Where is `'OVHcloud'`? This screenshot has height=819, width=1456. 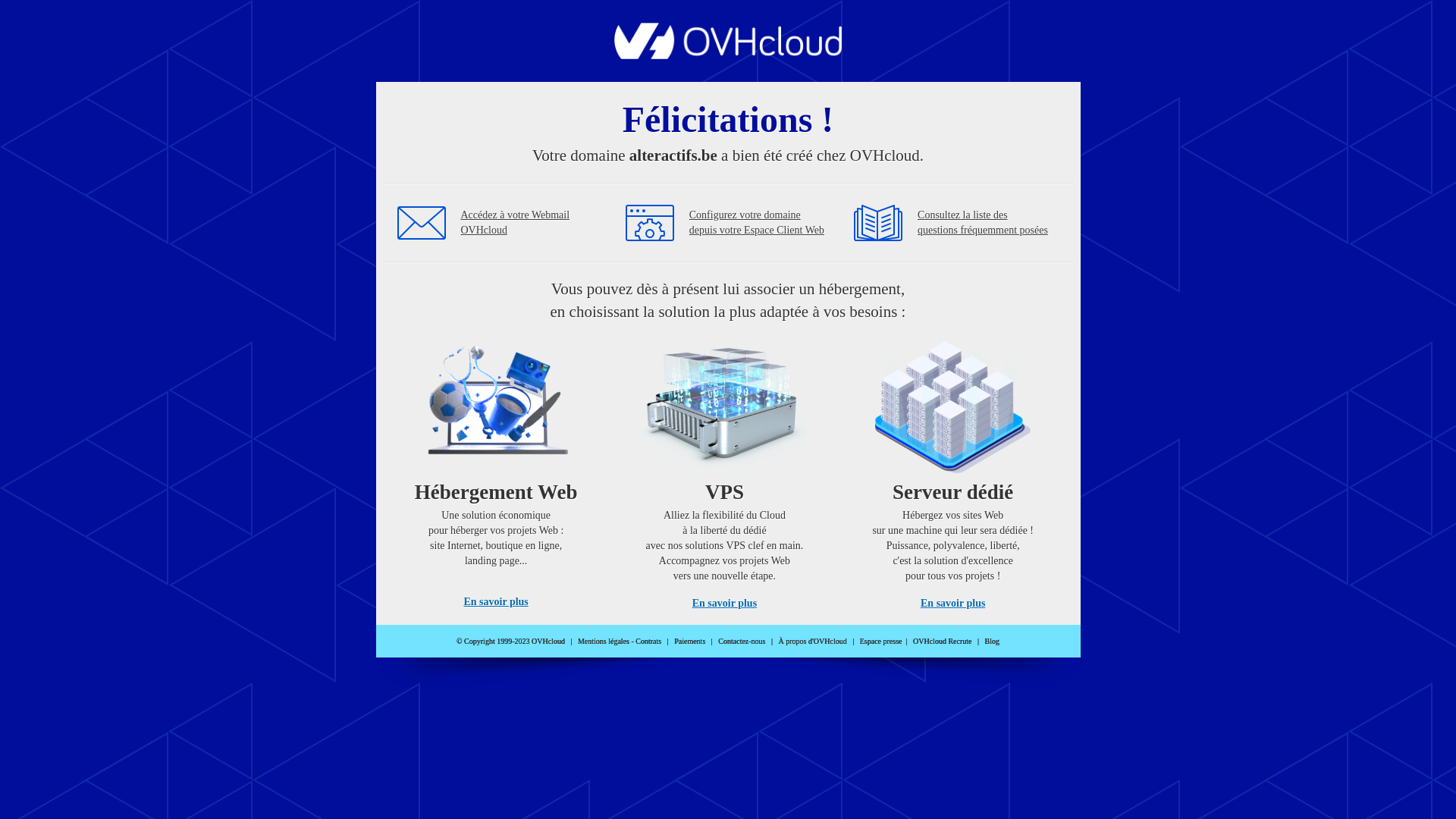
'OVHcloud' is located at coordinates (728, 54).